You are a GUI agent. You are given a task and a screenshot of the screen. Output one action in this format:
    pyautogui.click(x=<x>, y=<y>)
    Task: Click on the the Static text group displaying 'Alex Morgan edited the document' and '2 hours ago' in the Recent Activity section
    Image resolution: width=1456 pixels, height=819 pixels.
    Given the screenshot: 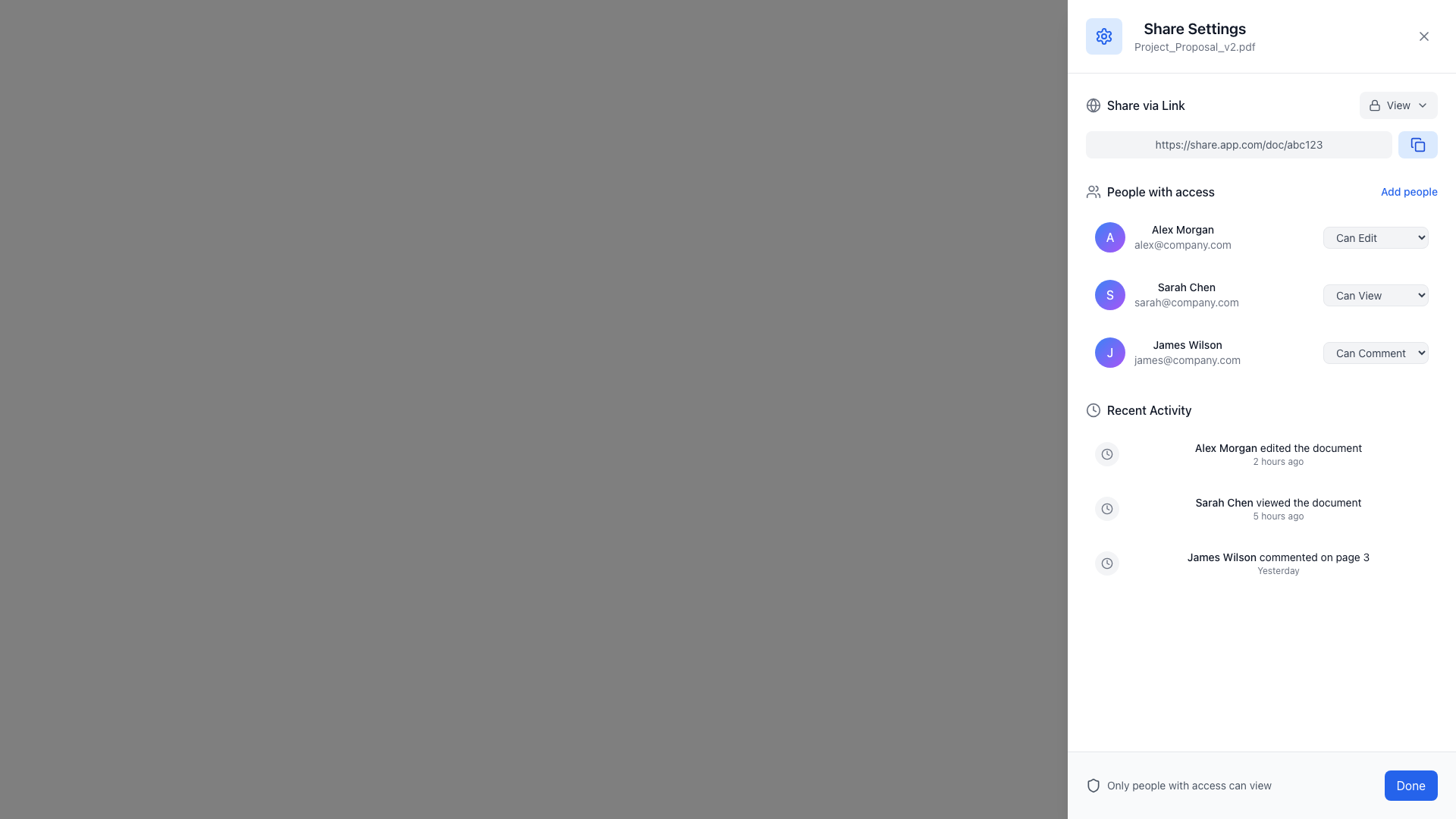 What is the action you would take?
    pyautogui.click(x=1277, y=453)
    